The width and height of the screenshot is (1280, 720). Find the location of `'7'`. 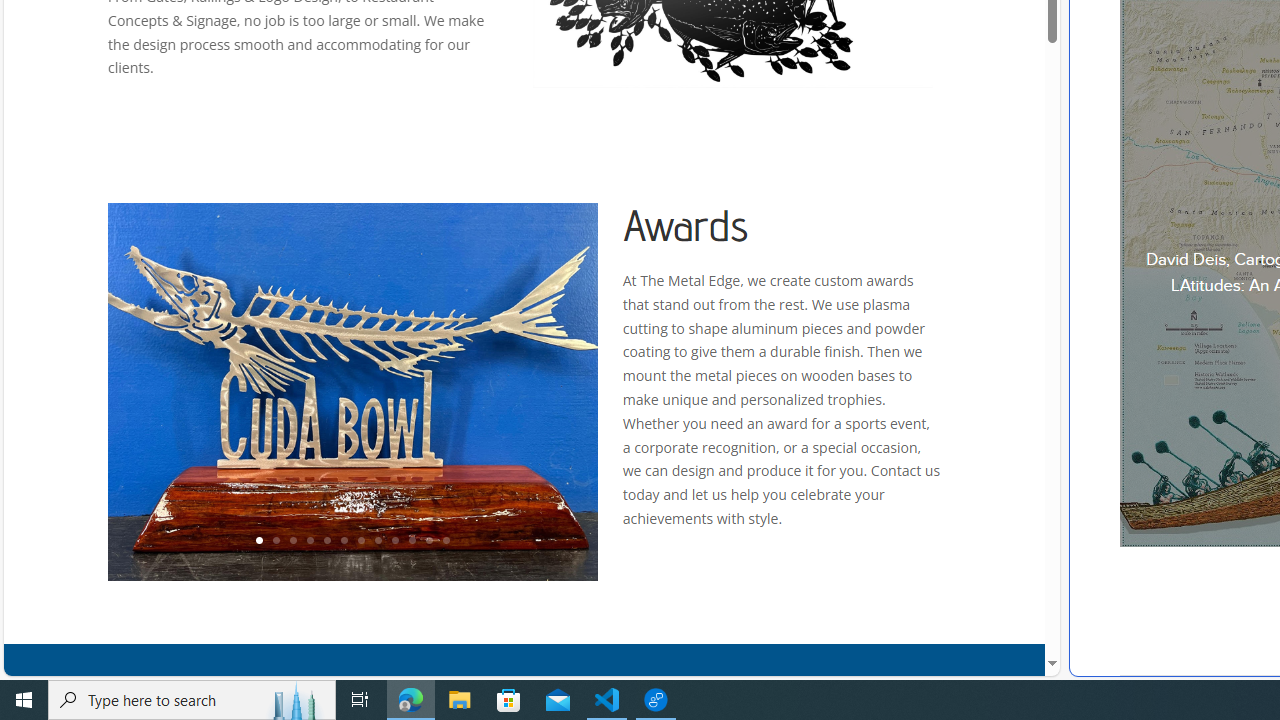

'7' is located at coordinates (360, 541).